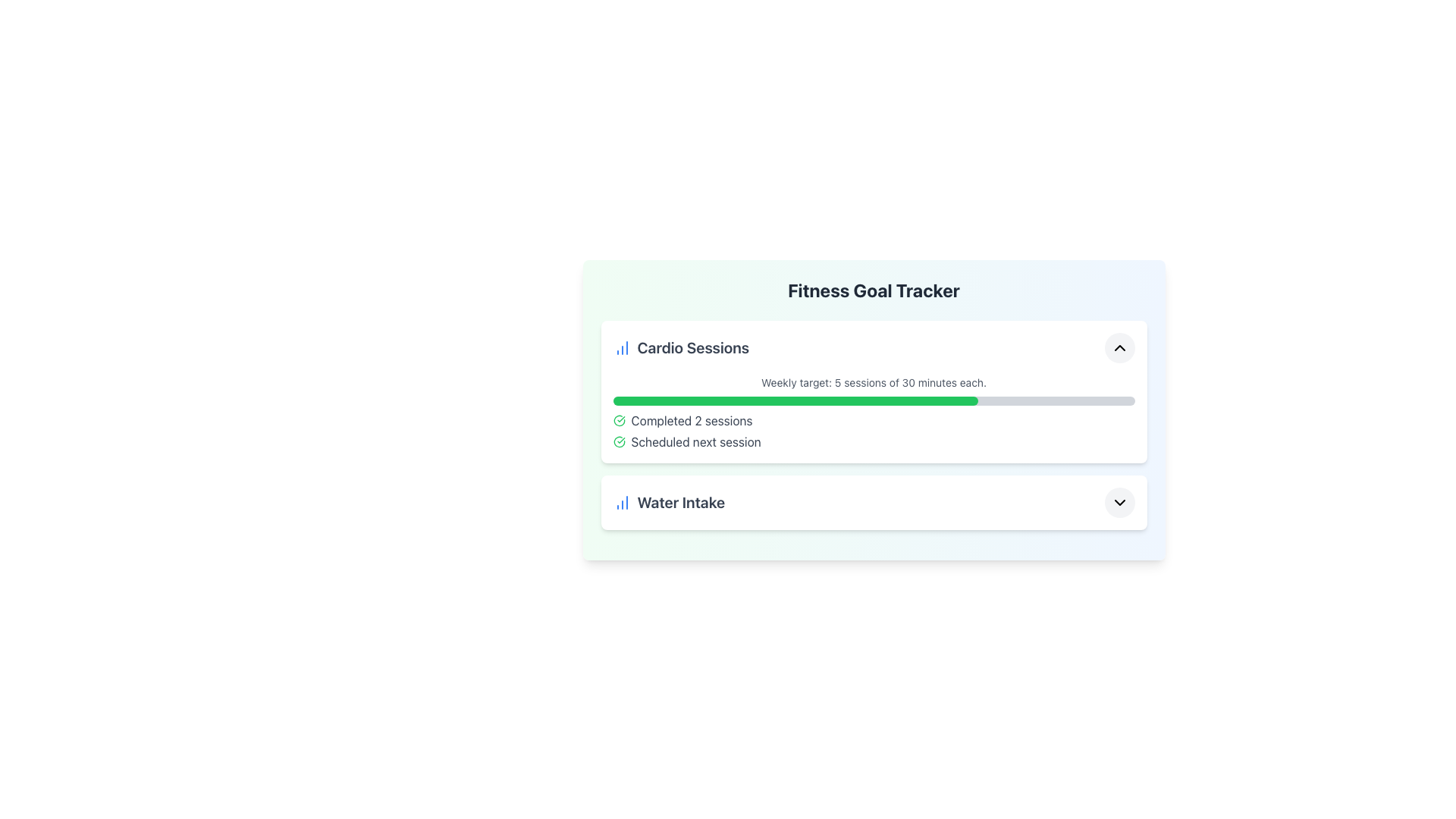  What do you see at coordinates (874, 431) in the screenshot?
I see `status summary of cardio sessions located in the 'Cardio Sessions' section, below the progress bar and above the 'Water Intake' section` at bounding box center [874, 431].